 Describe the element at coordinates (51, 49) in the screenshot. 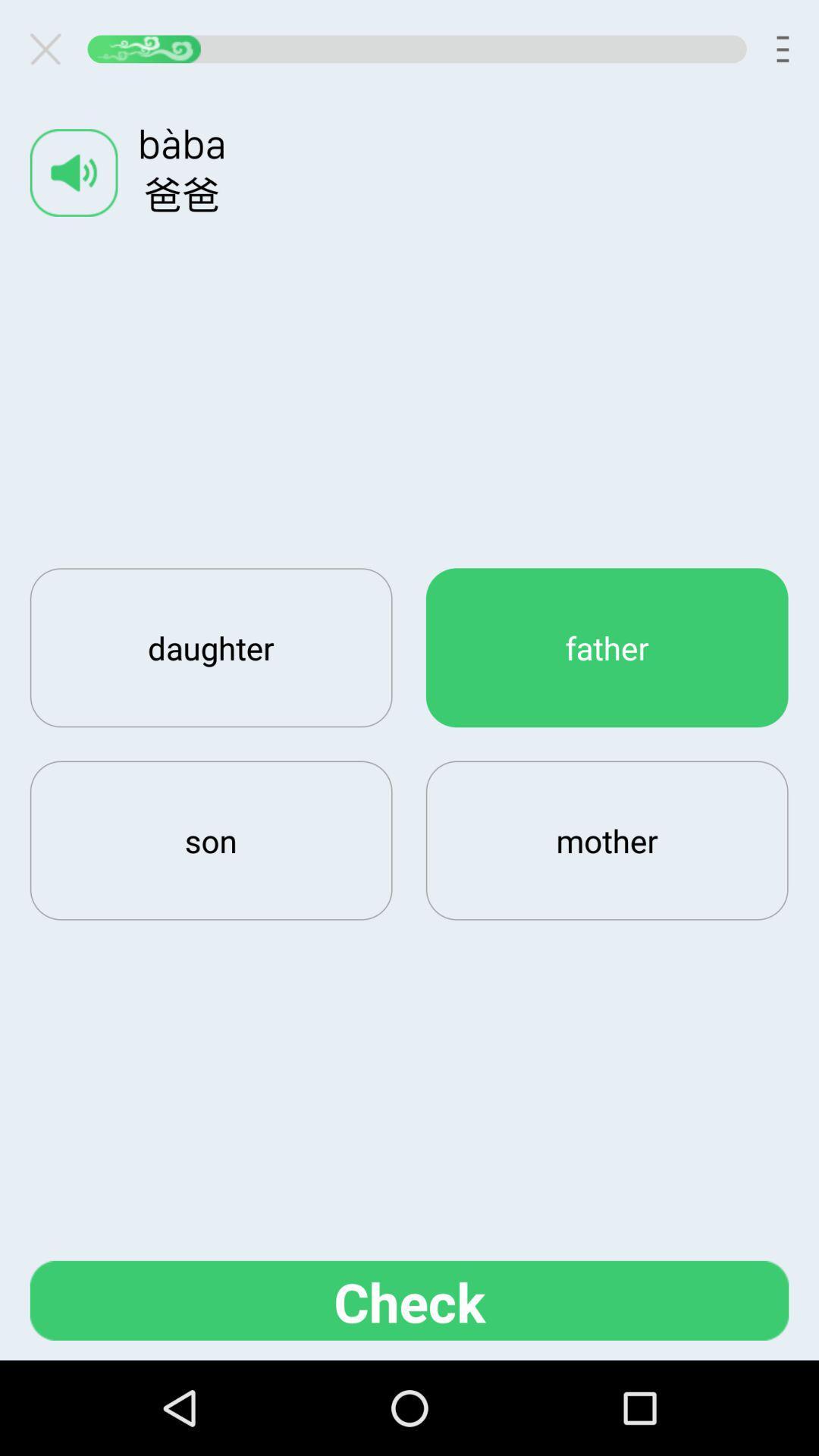

I see `cancel` at that location.